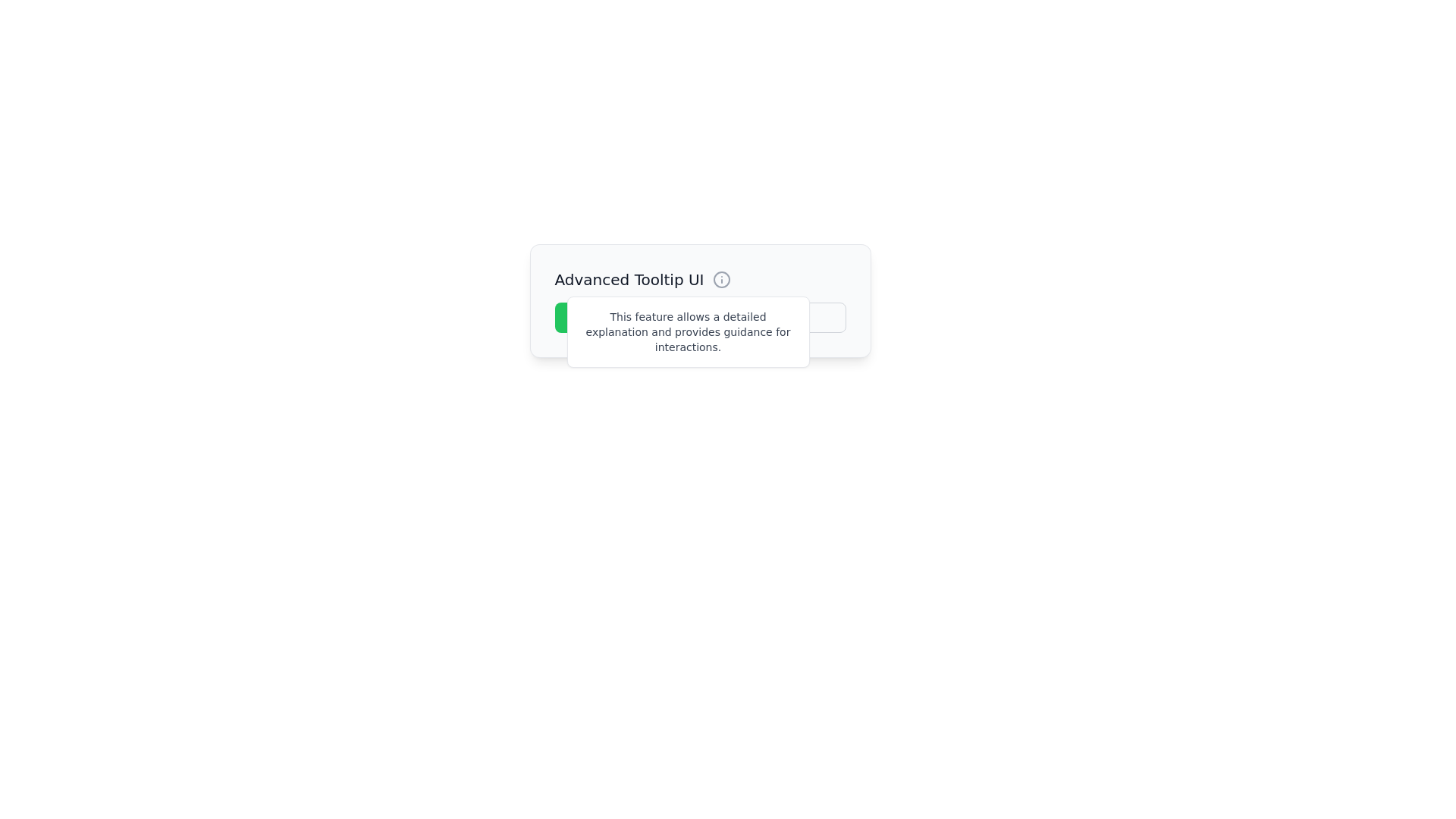  Describe the element at coordinates (721, 280) in the screenshot. I see `the Information Icon, which is styled with a circular outline and contains a vertical line and dot, located to the right of the 'Advanced Tooltip UI' text` at that location.